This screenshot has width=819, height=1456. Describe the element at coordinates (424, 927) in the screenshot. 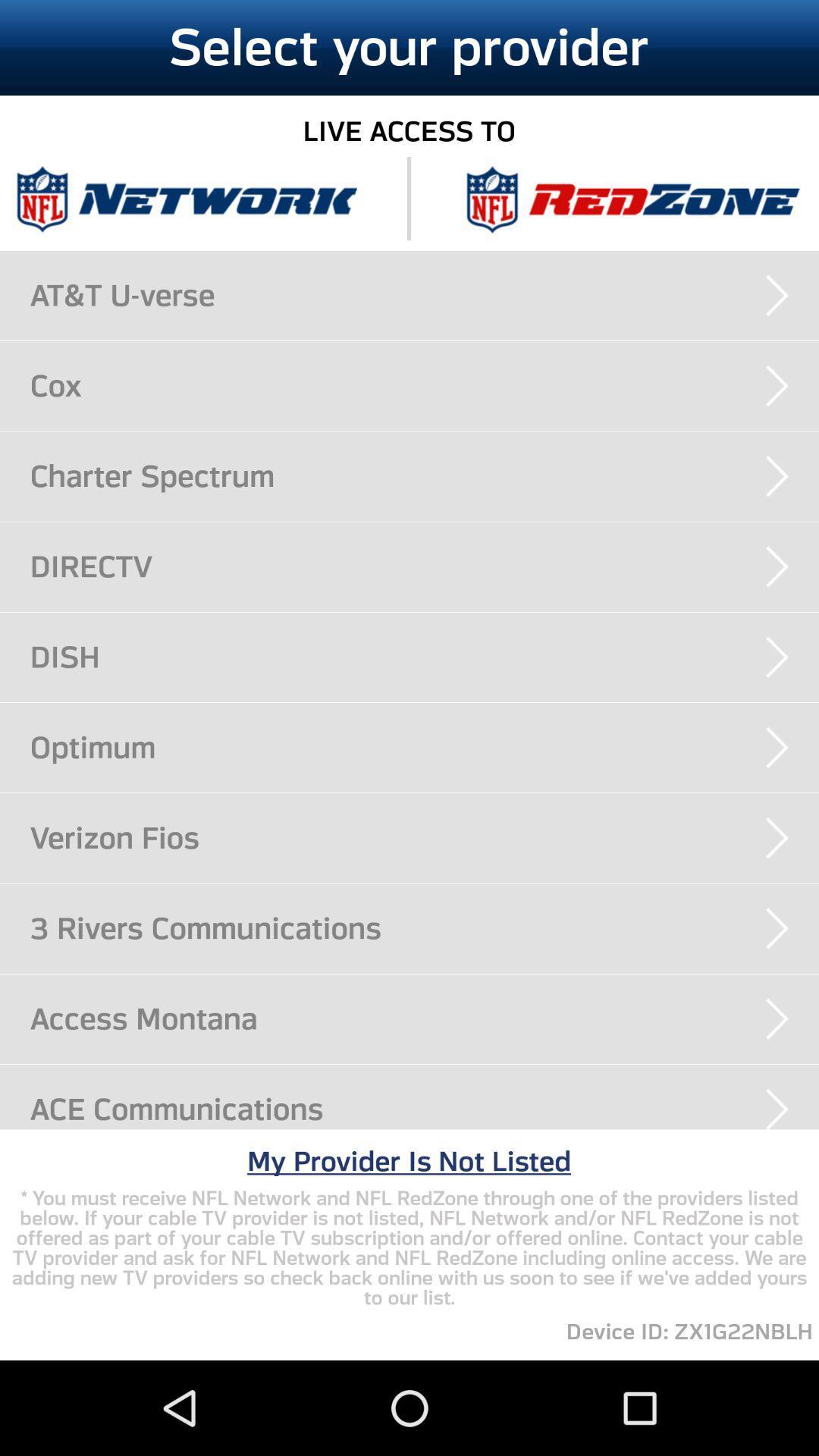

I see `3 rivers communications icon` at that location.